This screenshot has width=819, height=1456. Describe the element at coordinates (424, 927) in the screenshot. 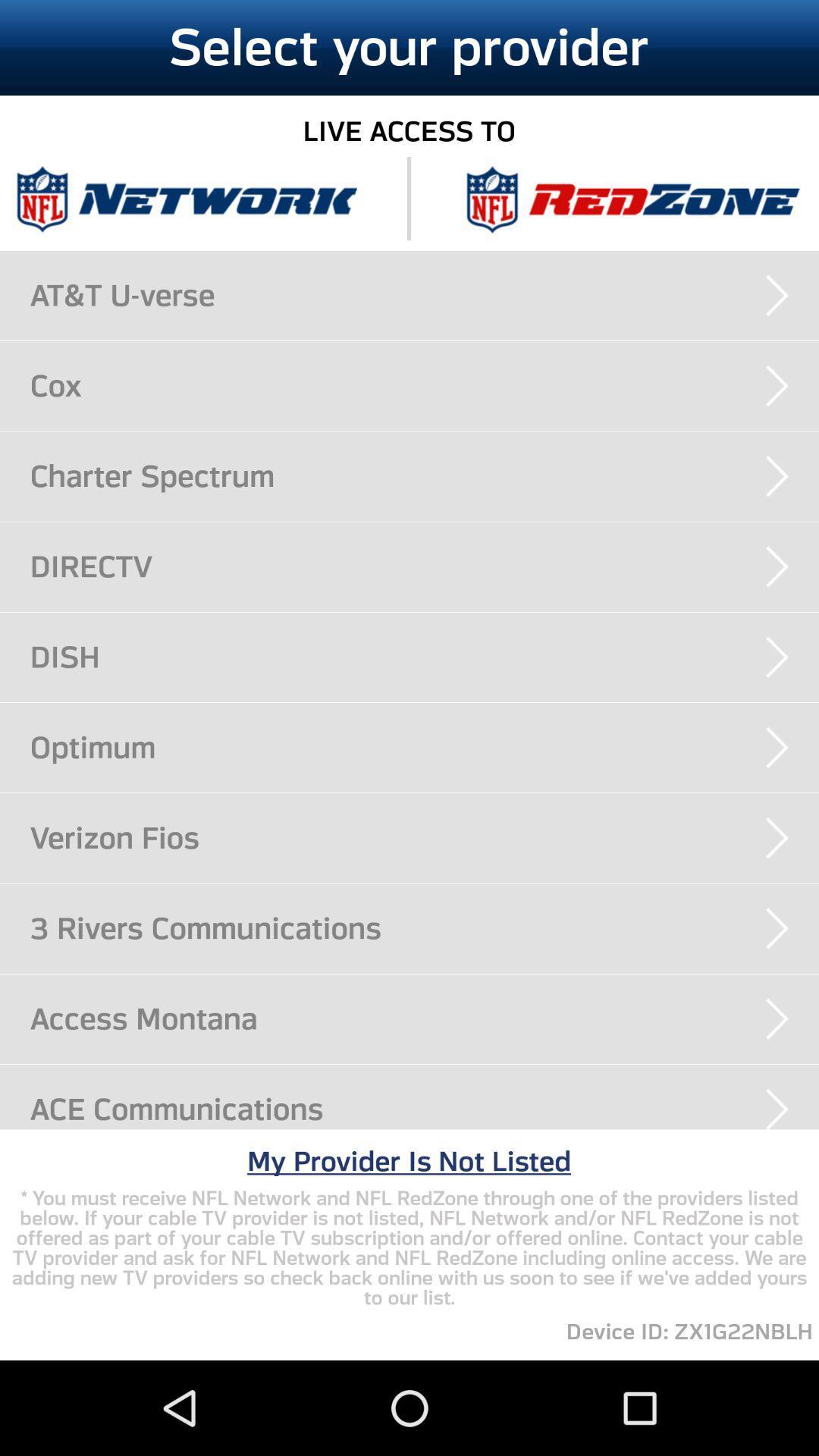

I see `3 rivers communications icon` at that location.